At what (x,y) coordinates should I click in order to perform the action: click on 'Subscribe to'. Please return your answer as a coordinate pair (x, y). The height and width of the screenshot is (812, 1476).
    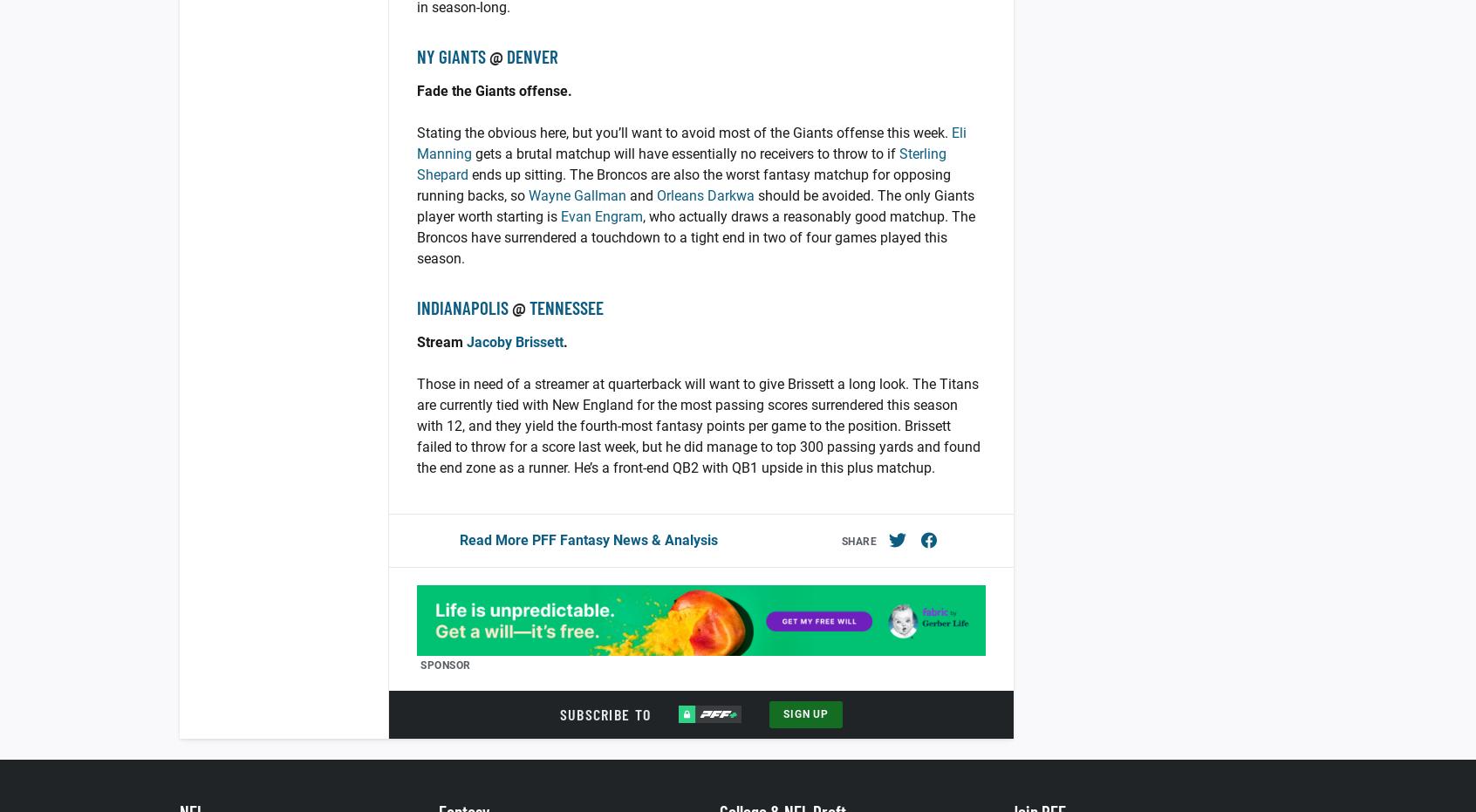
    Looking at the image, I should click on (605, 713).